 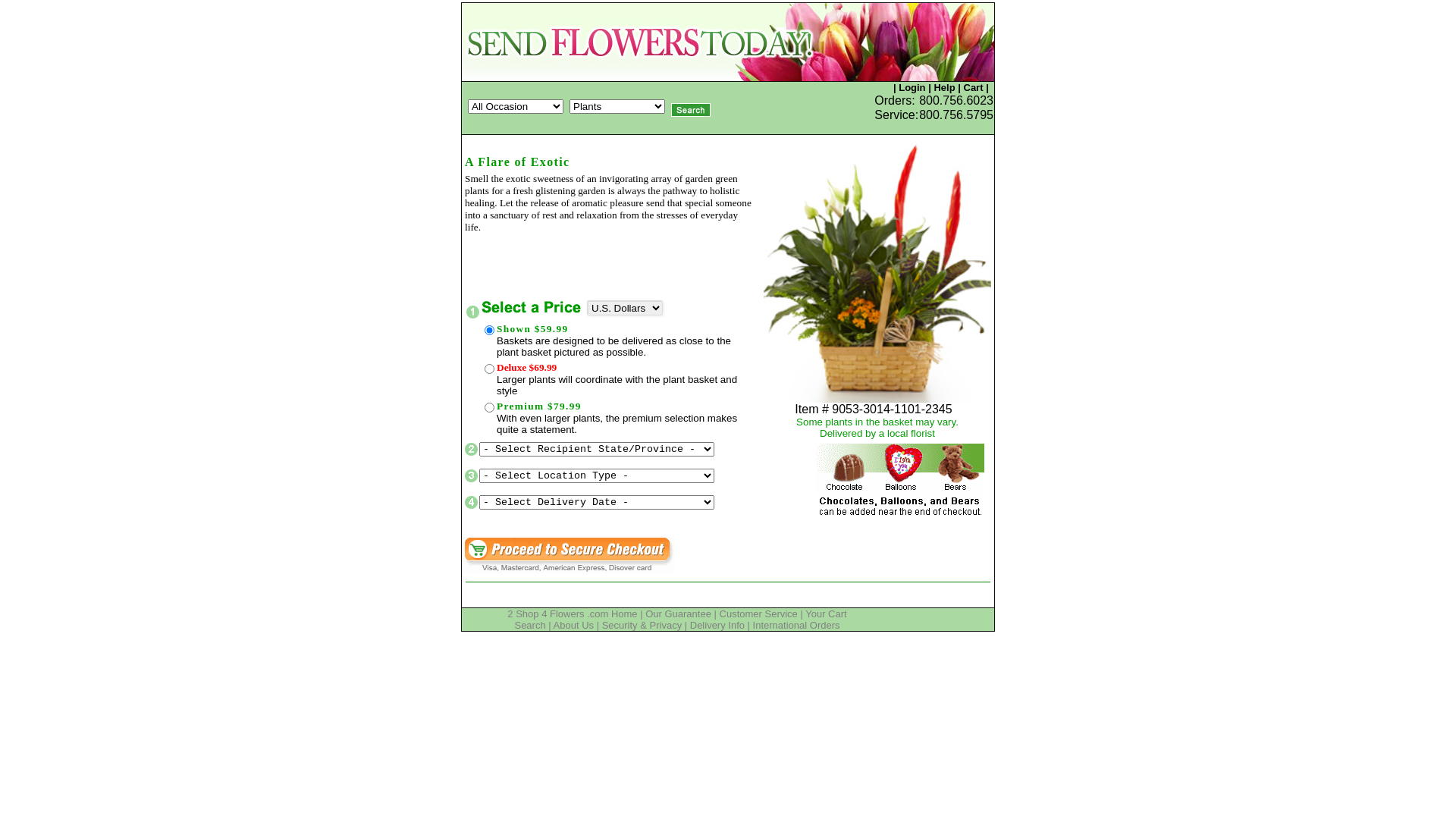 What do you see at coordinates (795, 625) in the screenshot?
I see `'International Orders'` at bounding box center [795, 625].